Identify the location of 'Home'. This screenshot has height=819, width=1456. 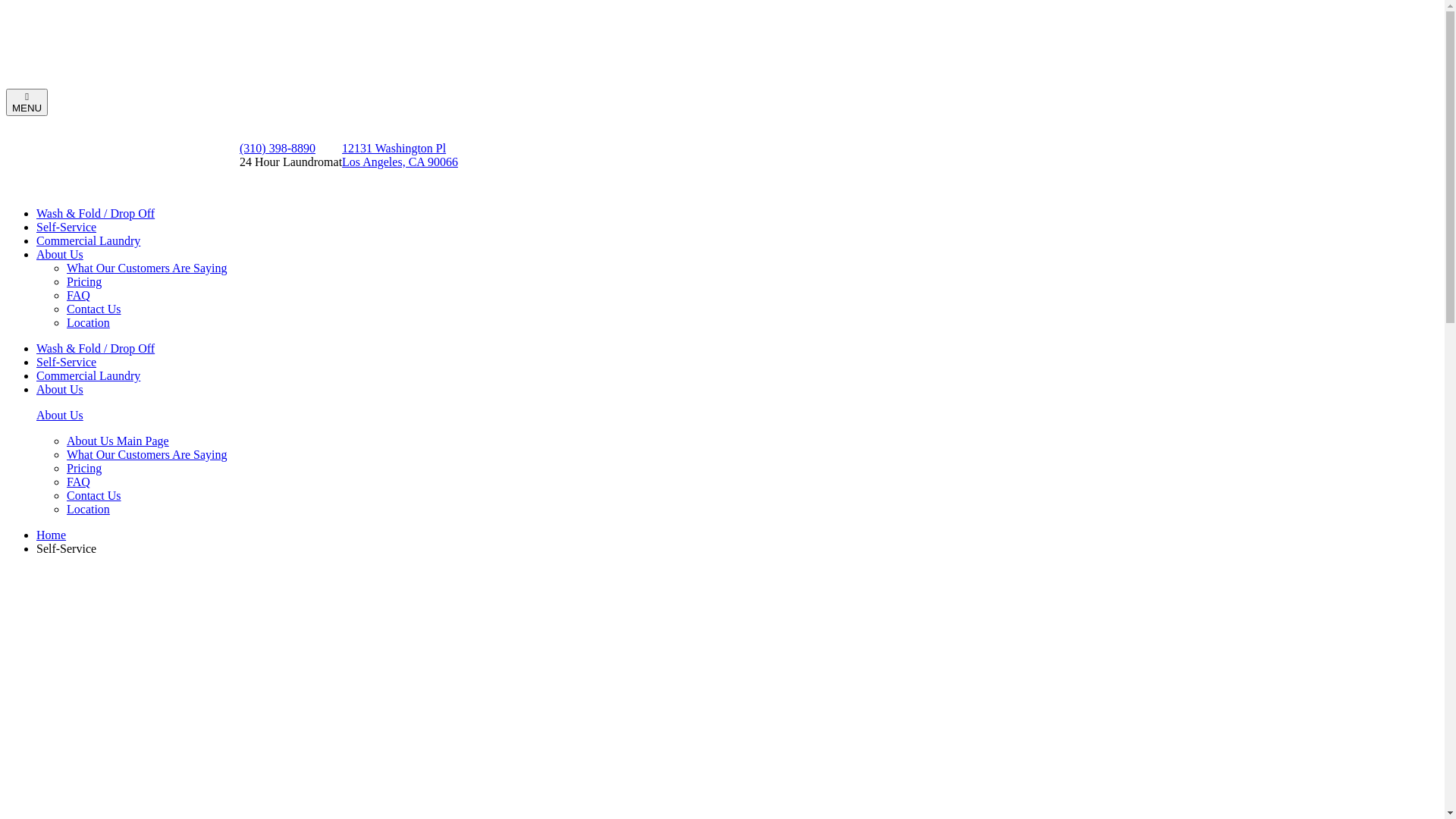
(36, 534).